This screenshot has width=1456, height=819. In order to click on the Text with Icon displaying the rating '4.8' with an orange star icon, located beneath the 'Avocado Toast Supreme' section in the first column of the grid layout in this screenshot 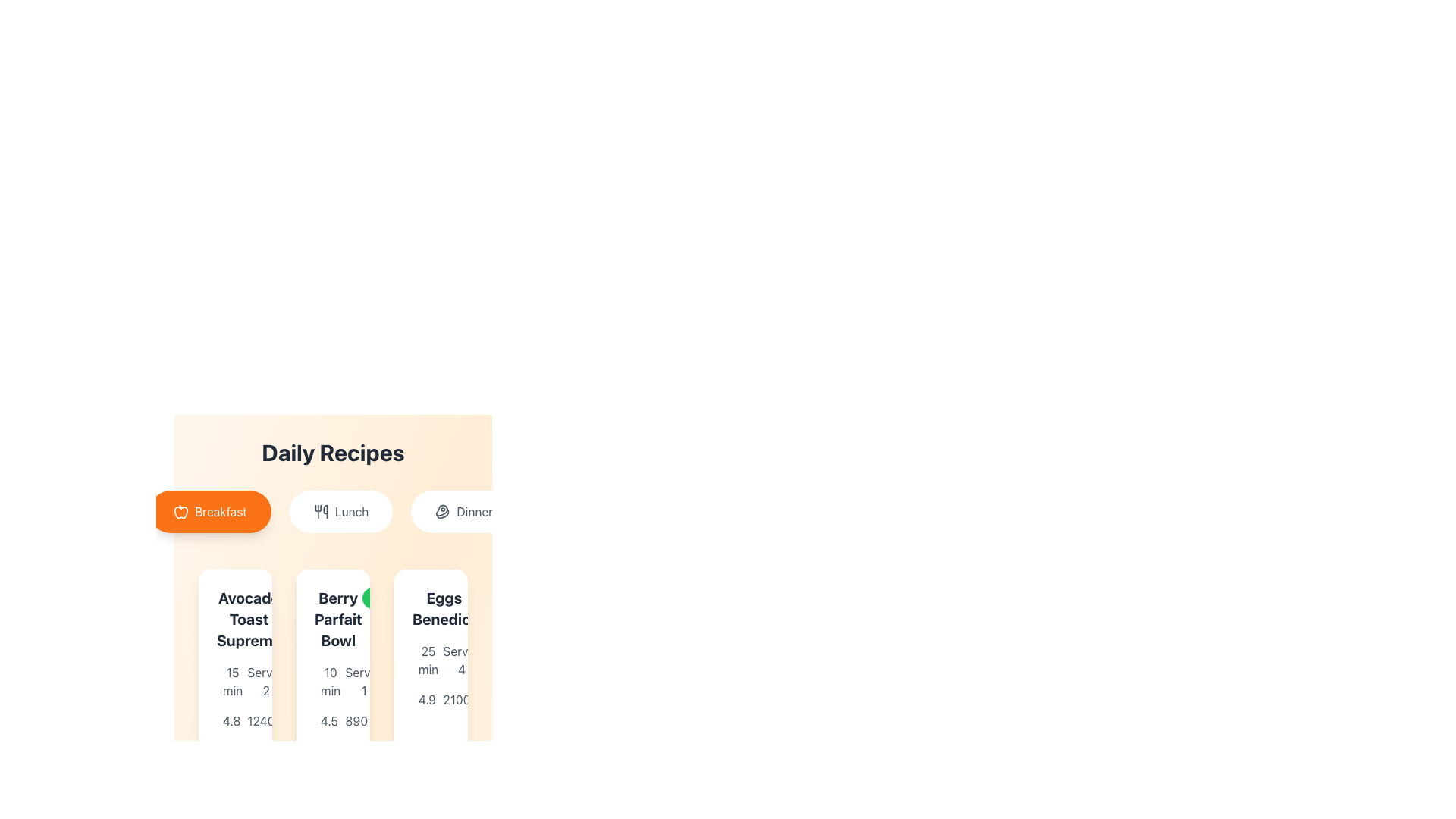, I will do `click(222, 720)`.